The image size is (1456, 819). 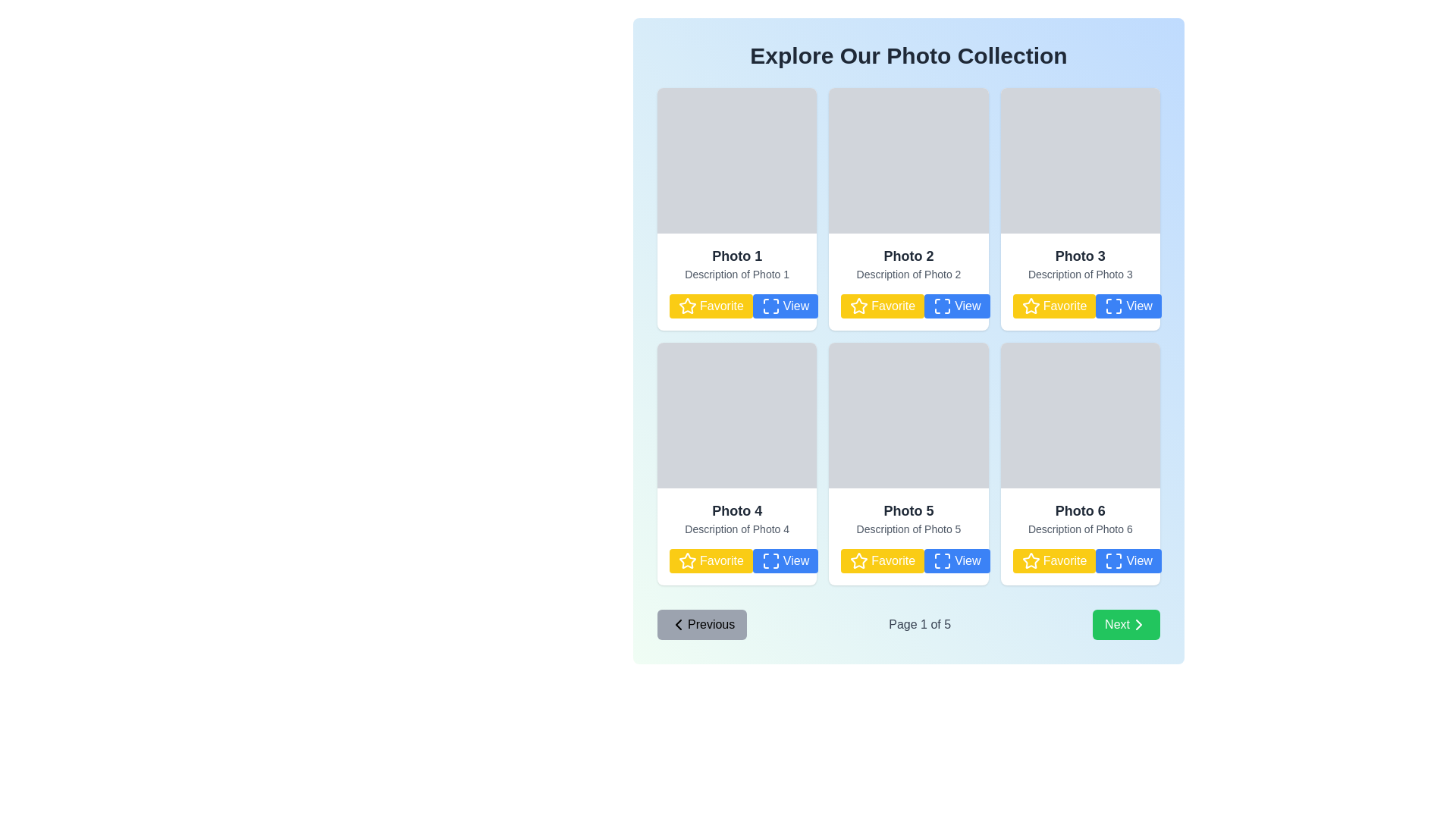 What do you see at coordinates (737, 511) in the screenshot?
I see `the bold text label displaying the title 'Photo 4' located in the lower part of the fourth card in the grid system` at bounding box center [737, 511].